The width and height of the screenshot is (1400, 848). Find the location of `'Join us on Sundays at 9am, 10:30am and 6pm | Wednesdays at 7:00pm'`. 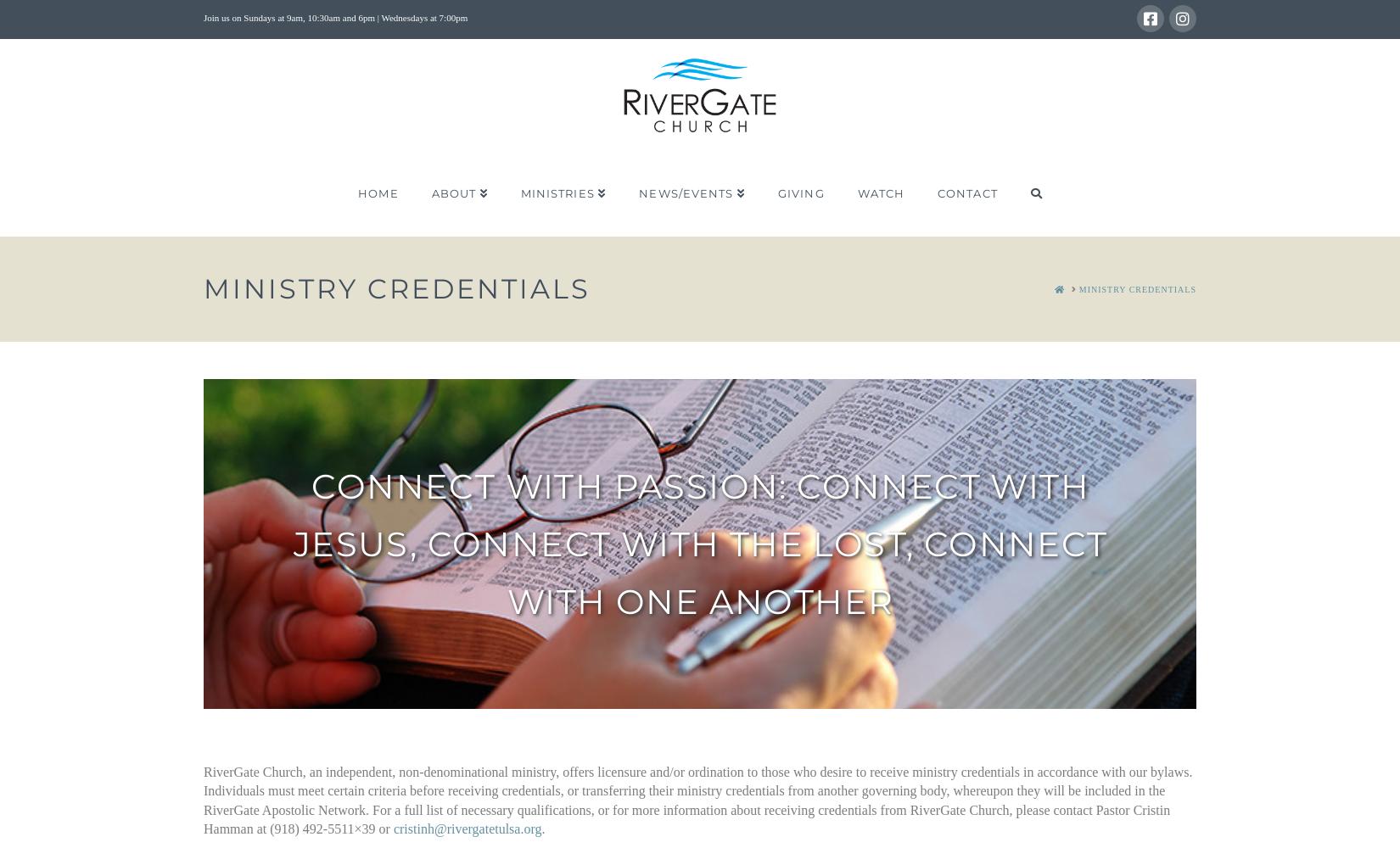

'Join us on Sundays at 9am, 10:30am and 6pm | Wednesdays at 7:00pm' is located at coordinates (335, 18).